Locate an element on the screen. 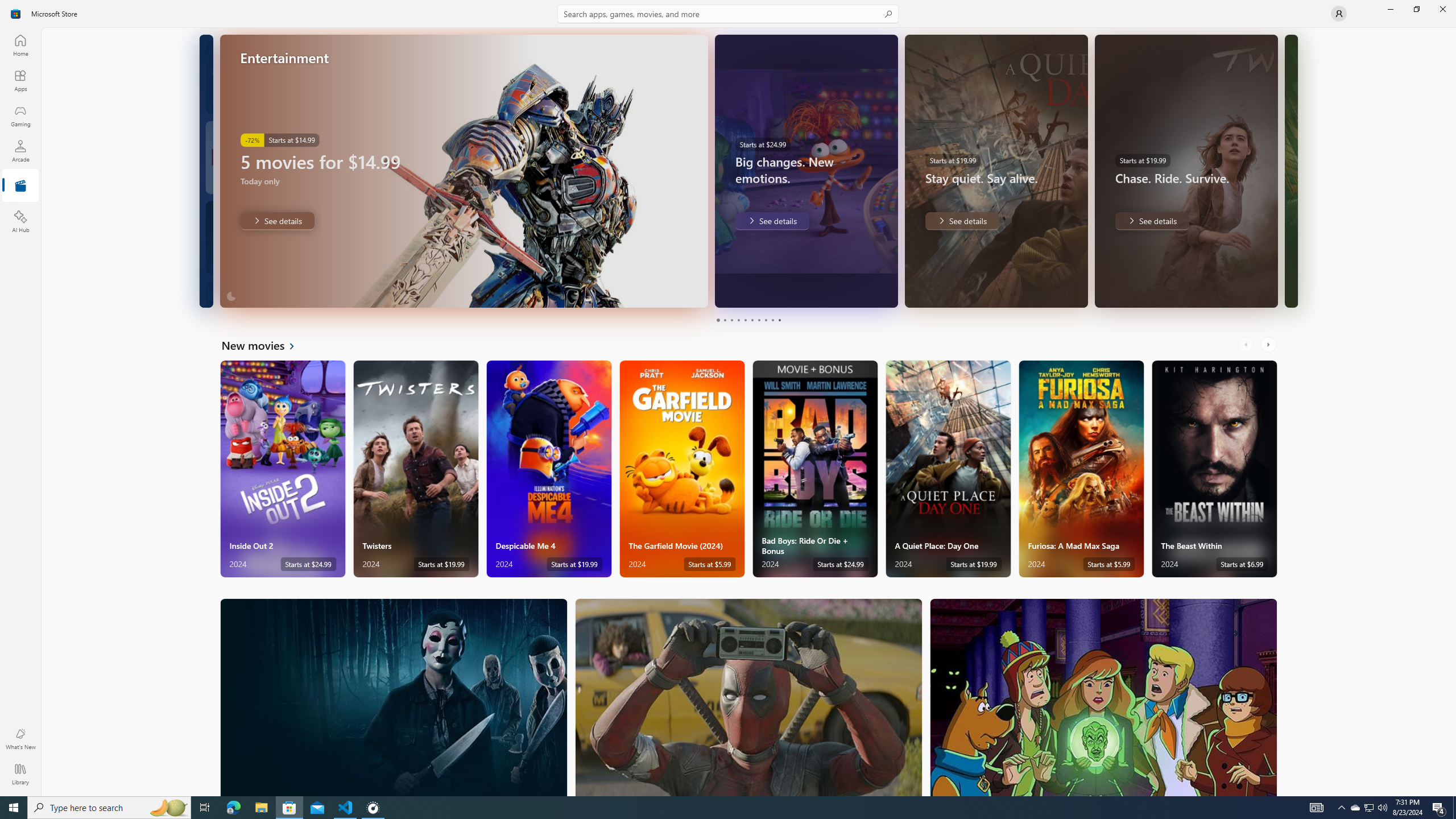 Image resolution: width=1456 pixels, height=819 pixels. 'Page 2' is located at coordinates (723, 320).